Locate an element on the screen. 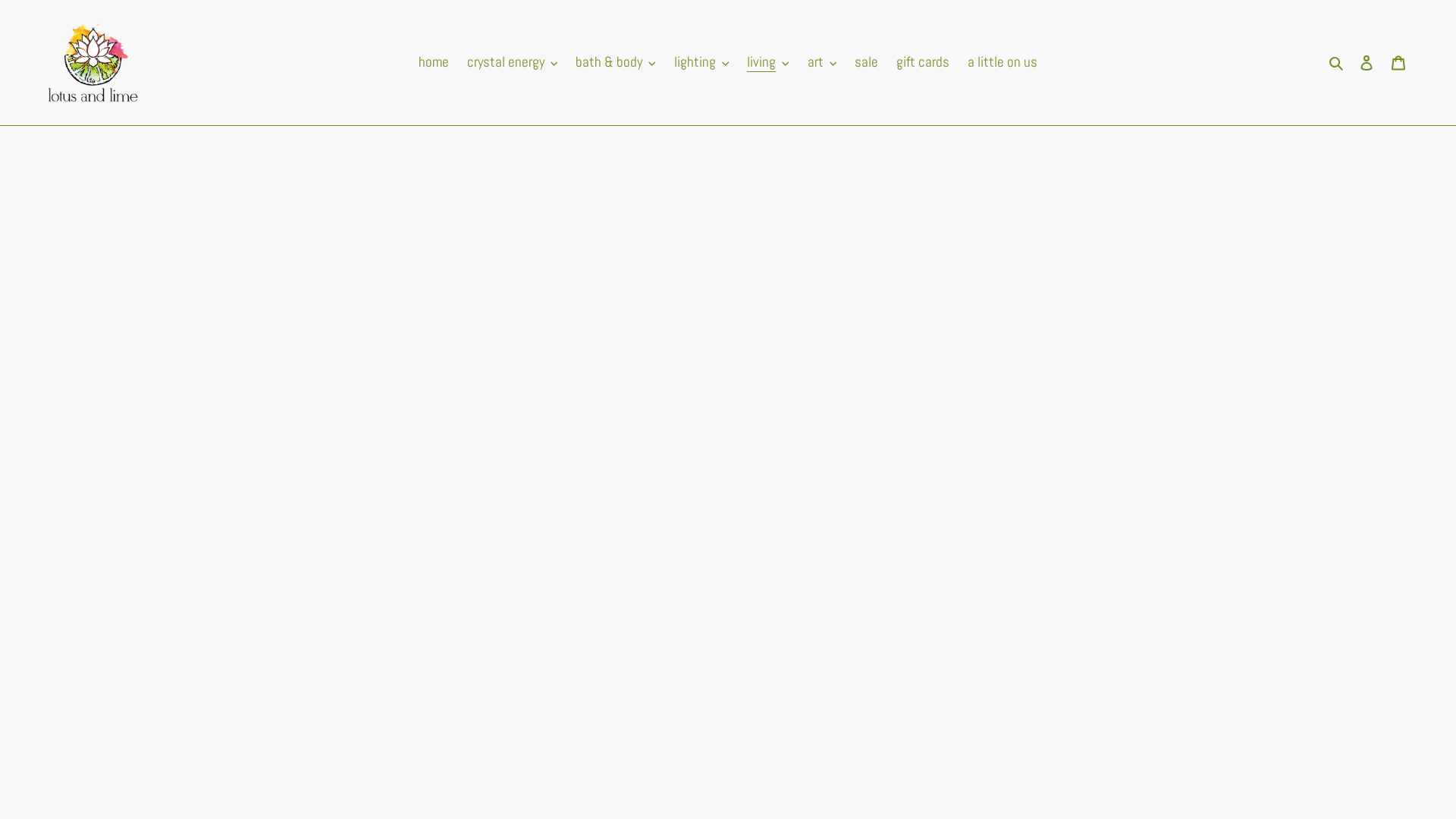 This screenshot has height=819, width=1456. 'art' is located at coordinates (821, 61).